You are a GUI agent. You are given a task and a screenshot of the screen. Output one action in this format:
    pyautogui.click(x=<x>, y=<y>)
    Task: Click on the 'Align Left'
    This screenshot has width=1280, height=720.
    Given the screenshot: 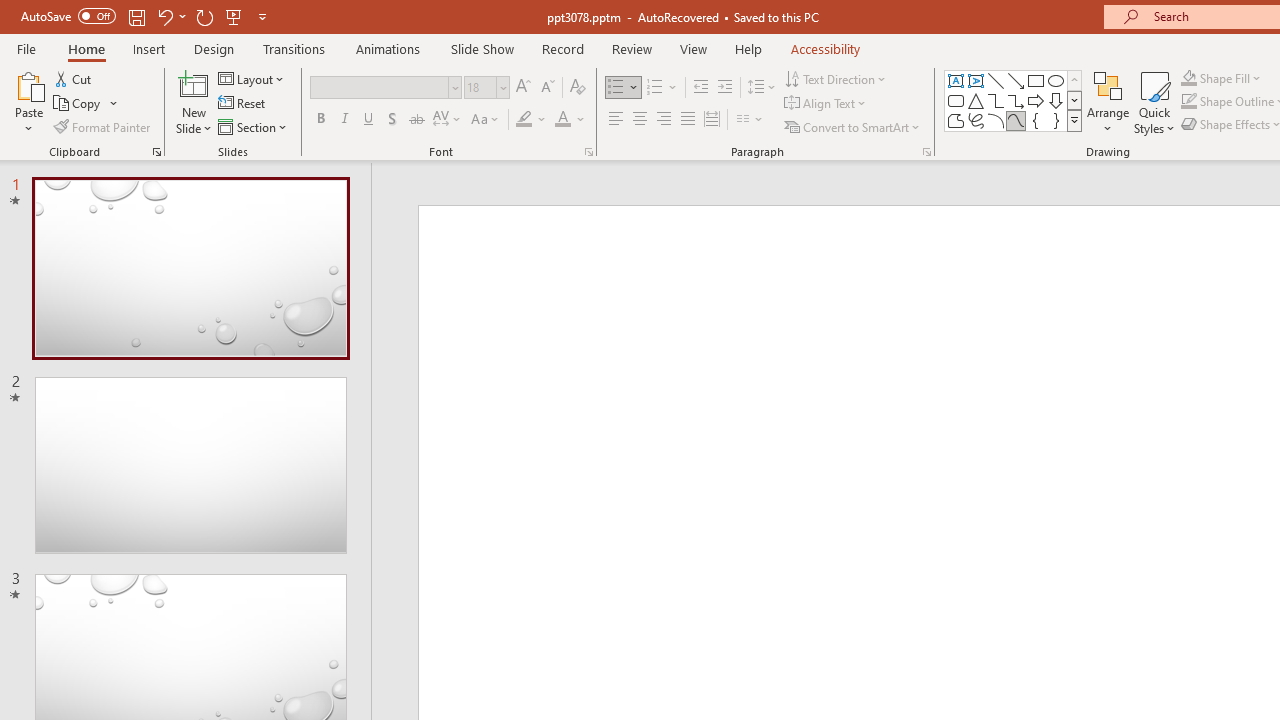 What is the action you would take?
    pyautogui.click(x=615, y=119)
    